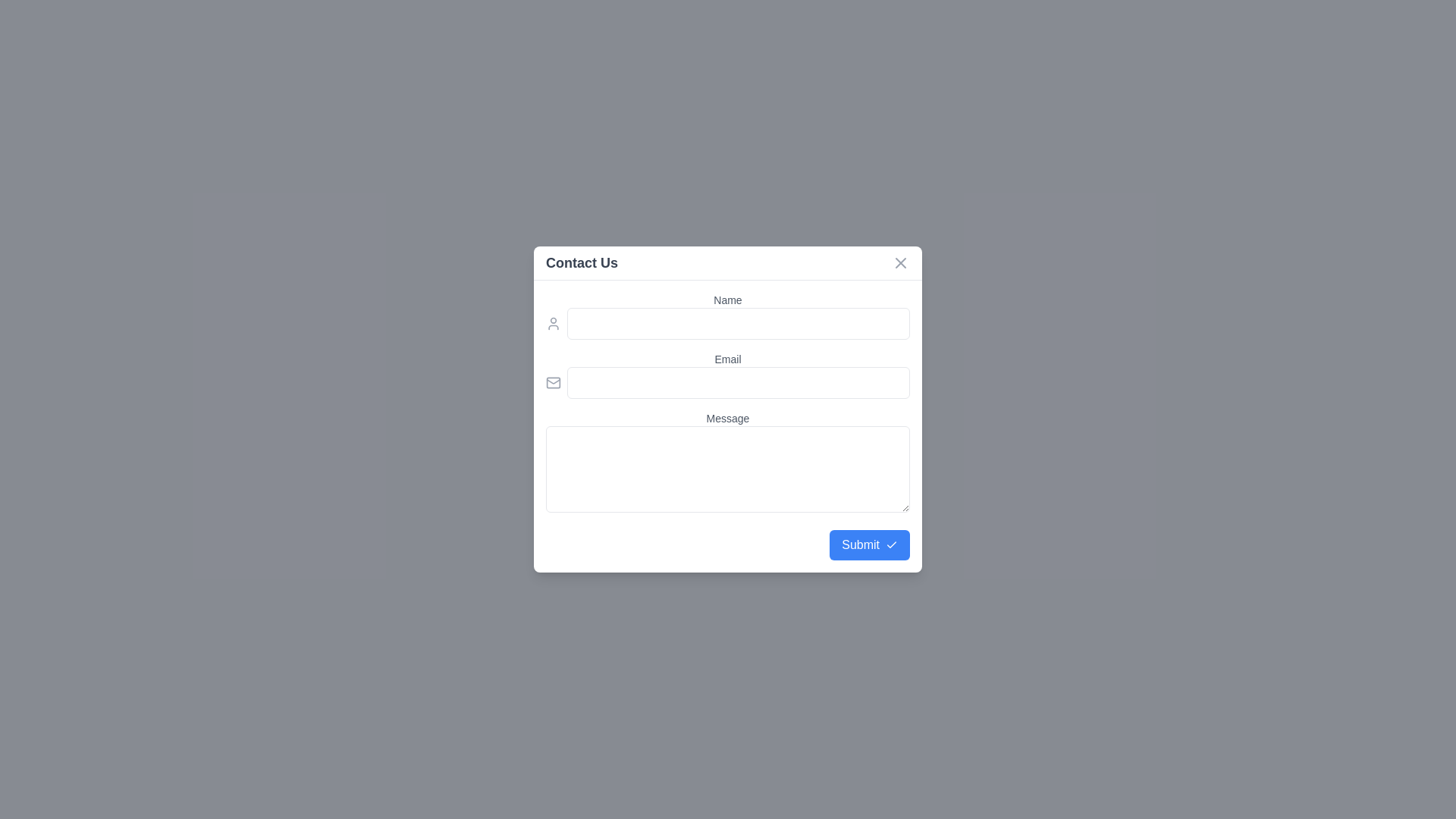 This screenshot has height=819, width=1456. I want to click on label 'Email' which is a small gray text label positioned above the email input field in the form layout, so click(728, 359).